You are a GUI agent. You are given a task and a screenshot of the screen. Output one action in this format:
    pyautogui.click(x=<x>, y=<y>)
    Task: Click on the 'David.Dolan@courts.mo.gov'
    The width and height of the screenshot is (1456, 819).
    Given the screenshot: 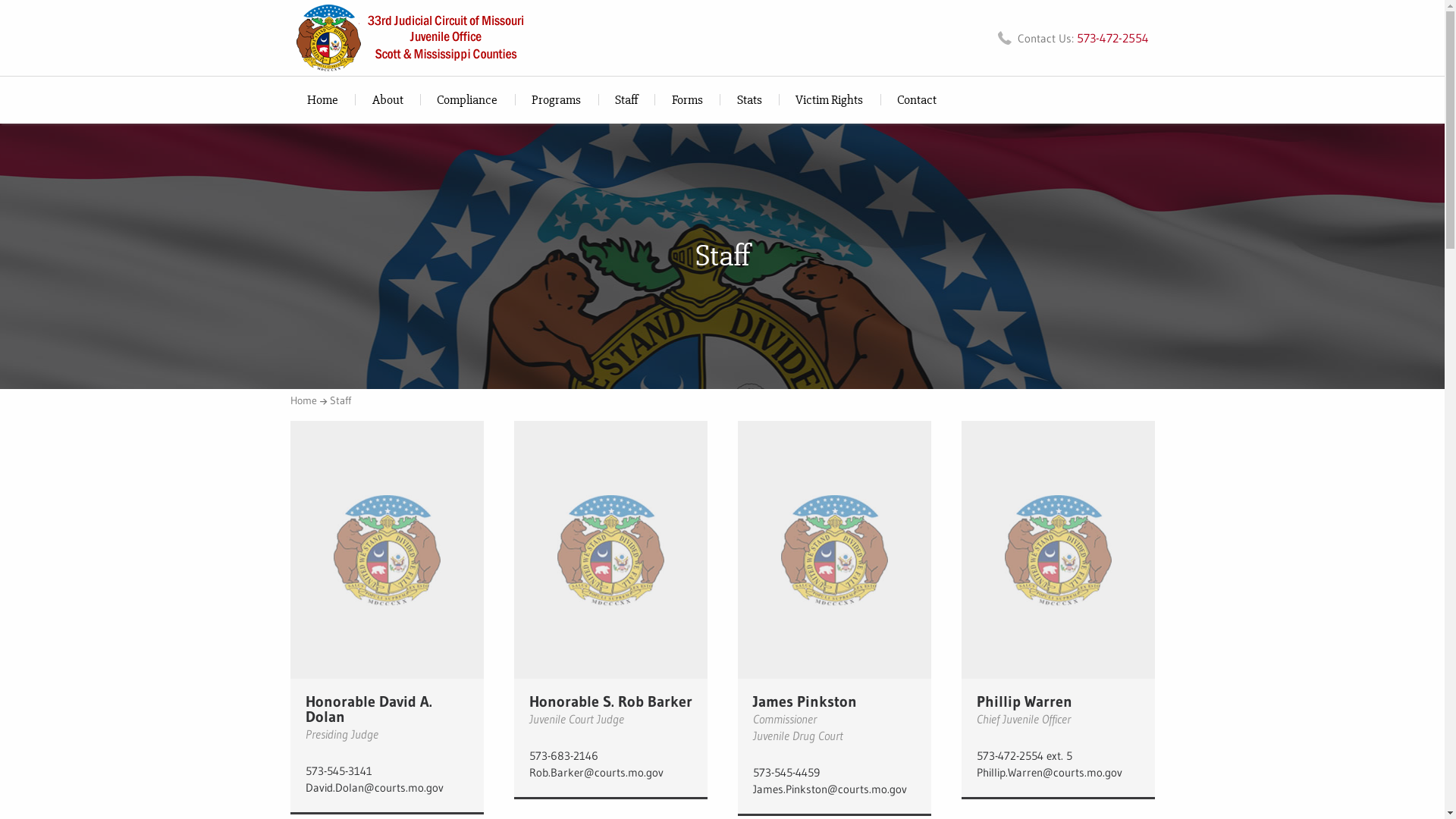 What is the action you would take?
    pyautogui.click(x=386, y=787)
    